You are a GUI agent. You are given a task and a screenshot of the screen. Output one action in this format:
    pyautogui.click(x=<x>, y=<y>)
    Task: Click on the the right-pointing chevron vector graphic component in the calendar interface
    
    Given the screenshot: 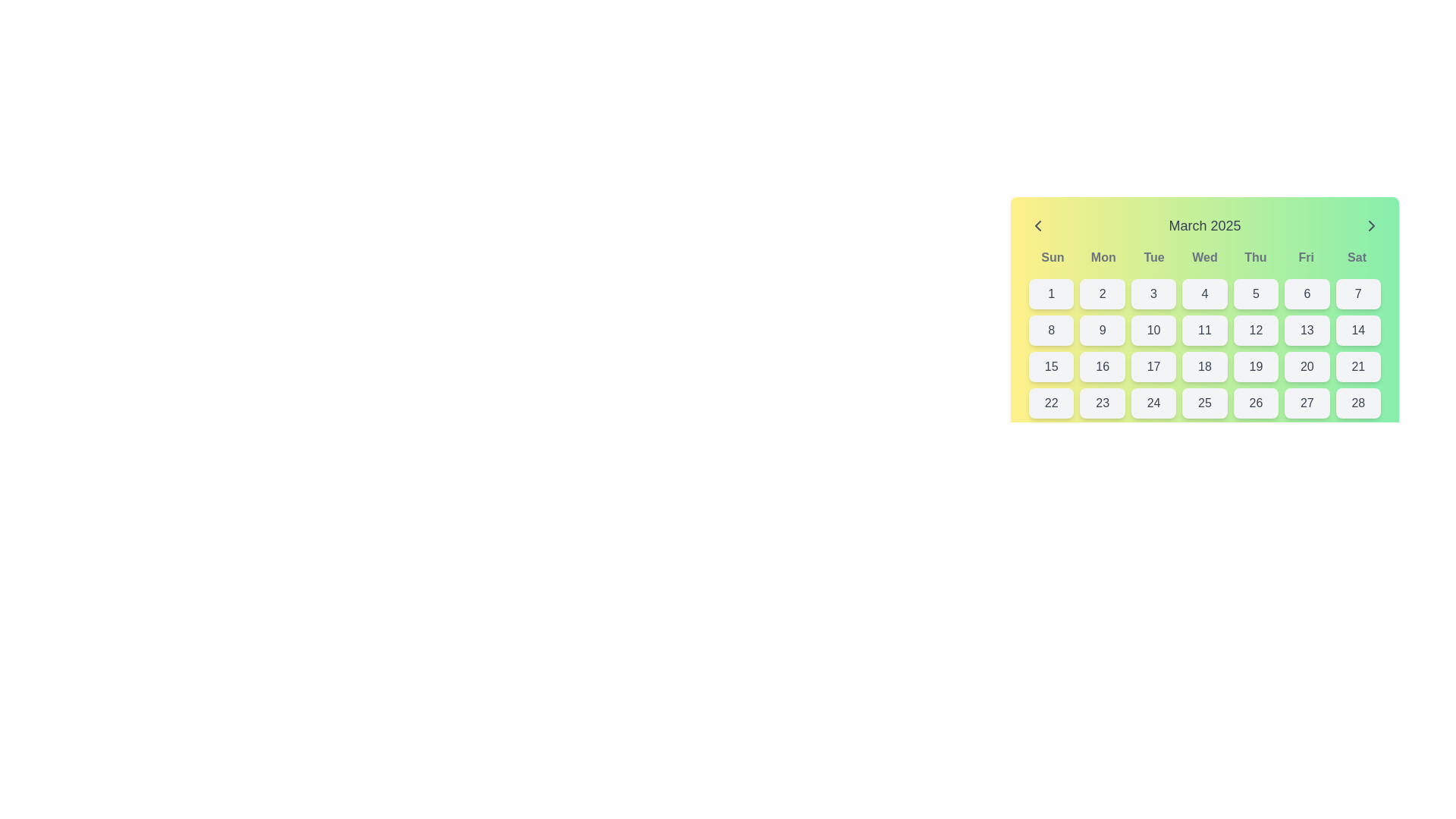 What is the action you would take?
    pyautogui.click(x=1372, y=225)
    